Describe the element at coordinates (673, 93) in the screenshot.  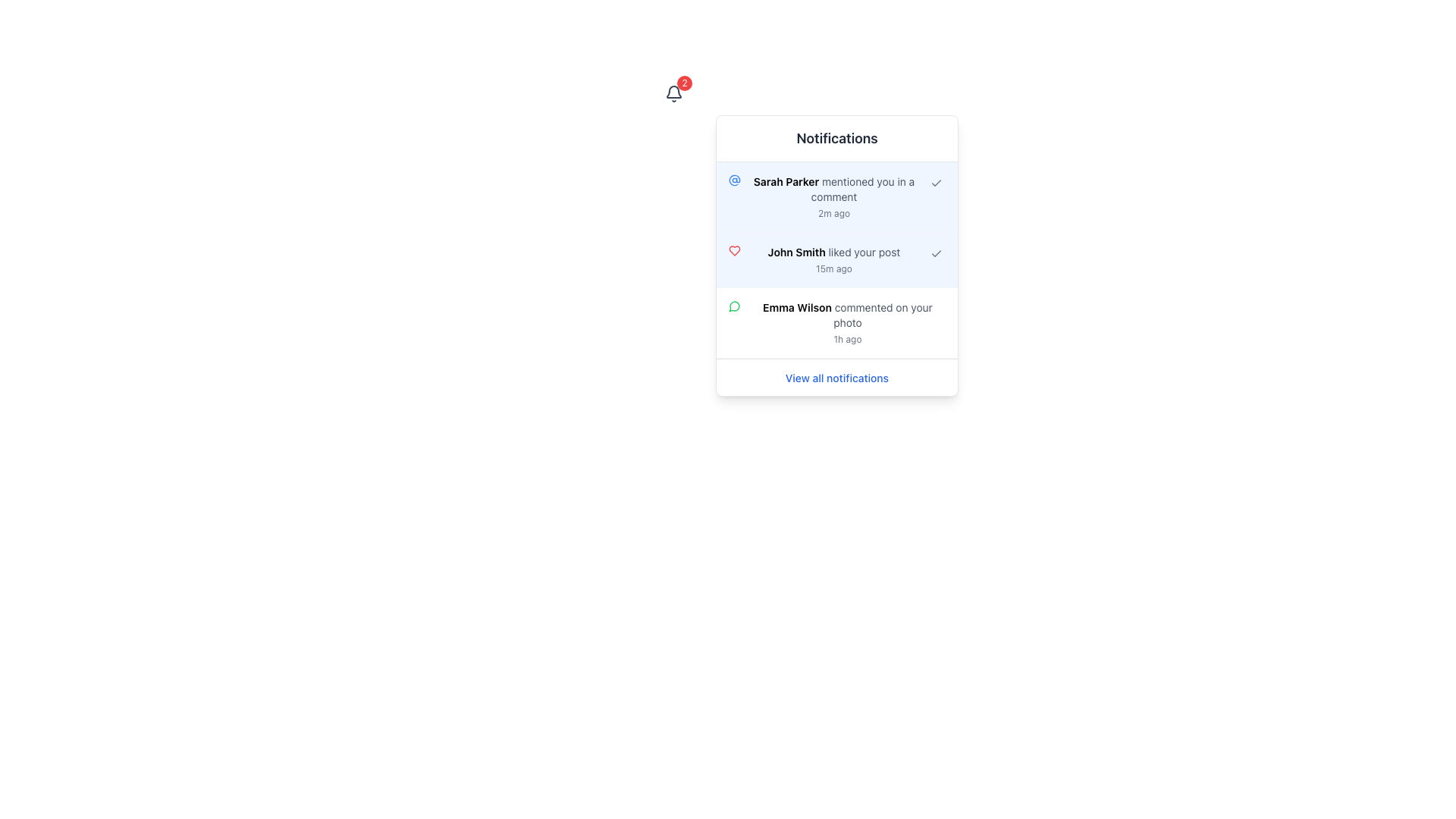
I see `the bell icon representing the notifications, which has a red badge with the number 2` at that location.